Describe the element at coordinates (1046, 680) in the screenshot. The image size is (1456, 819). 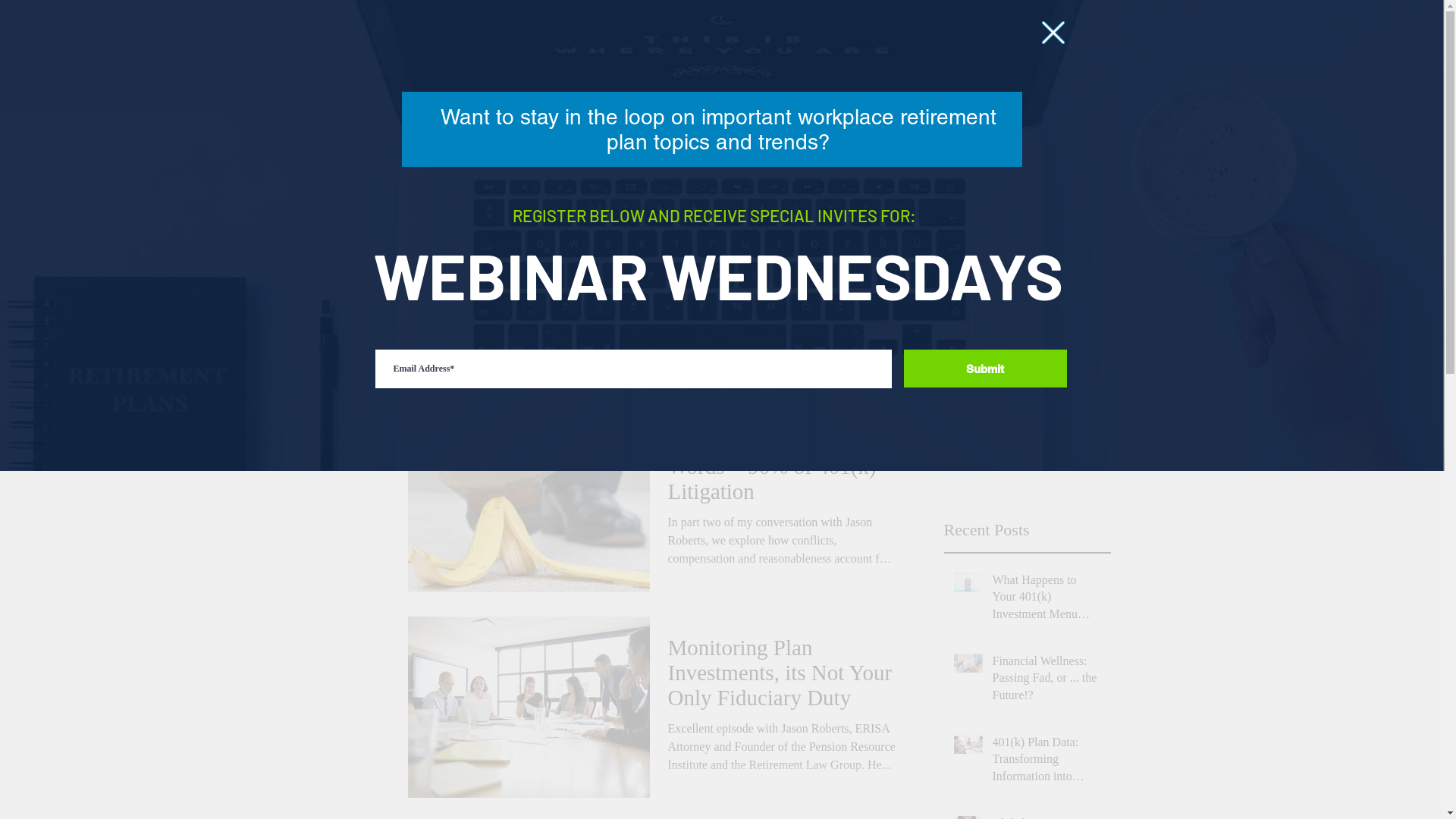
I see `'Financial Wellness: Passing Fad, or ... the Future!?'` at that location.